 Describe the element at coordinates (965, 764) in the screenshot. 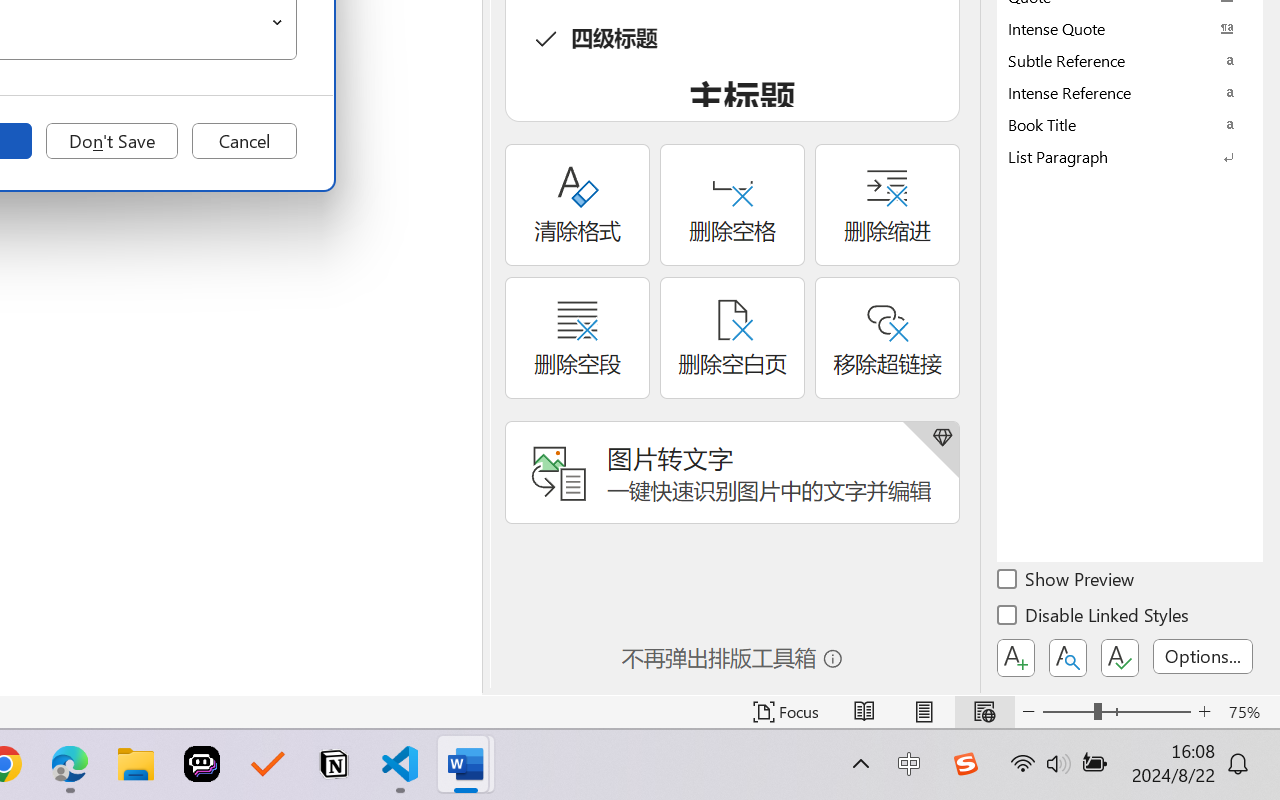

I see `'Class: Image'` at that location.